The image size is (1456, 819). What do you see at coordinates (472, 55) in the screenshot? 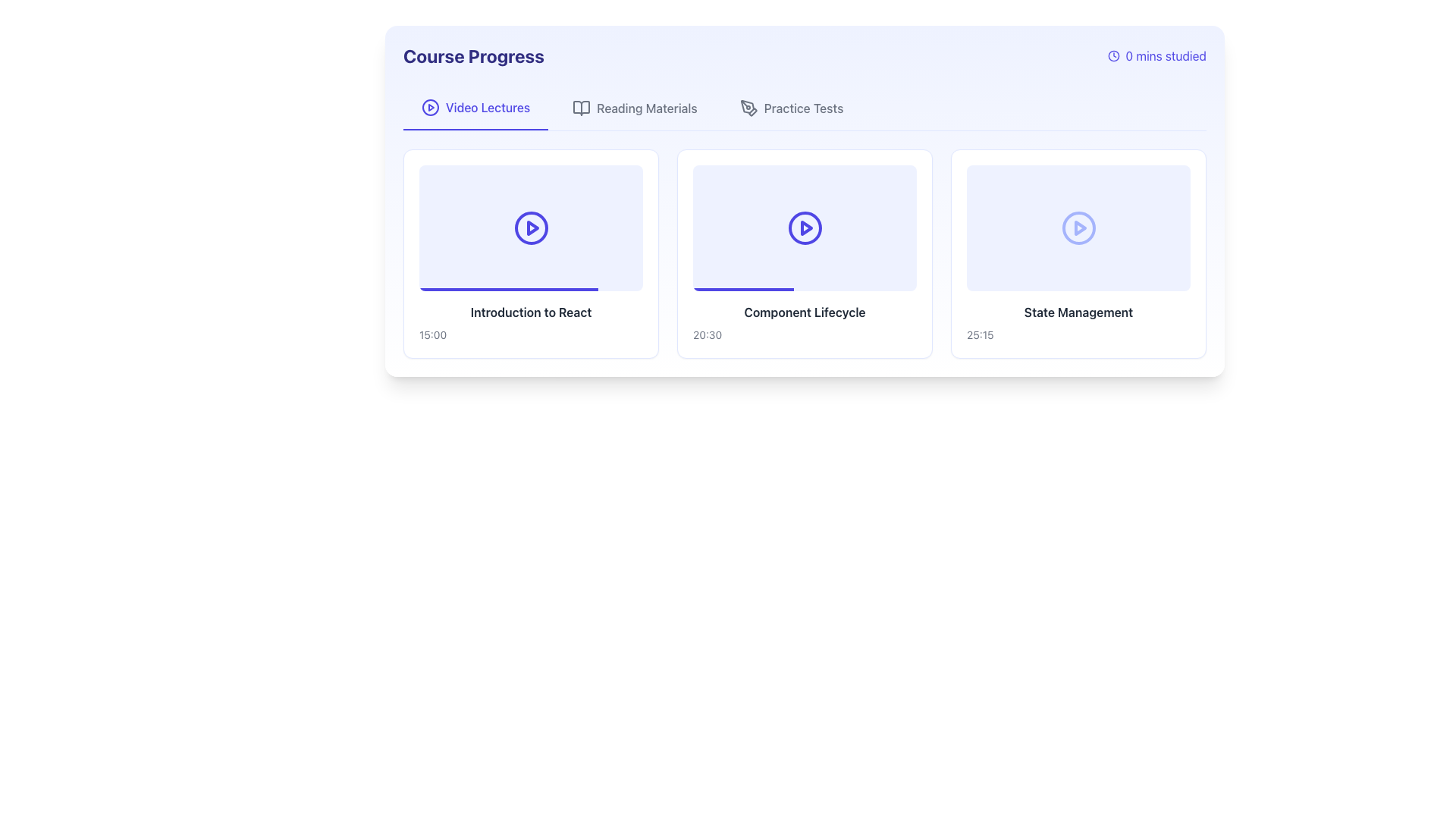
I see `the 'Course Progress' text label, which is styled in bold dark indigo and positioned at the top-left corner of the interface, indicating its importance as a section title` at bounding box center [472, 55].